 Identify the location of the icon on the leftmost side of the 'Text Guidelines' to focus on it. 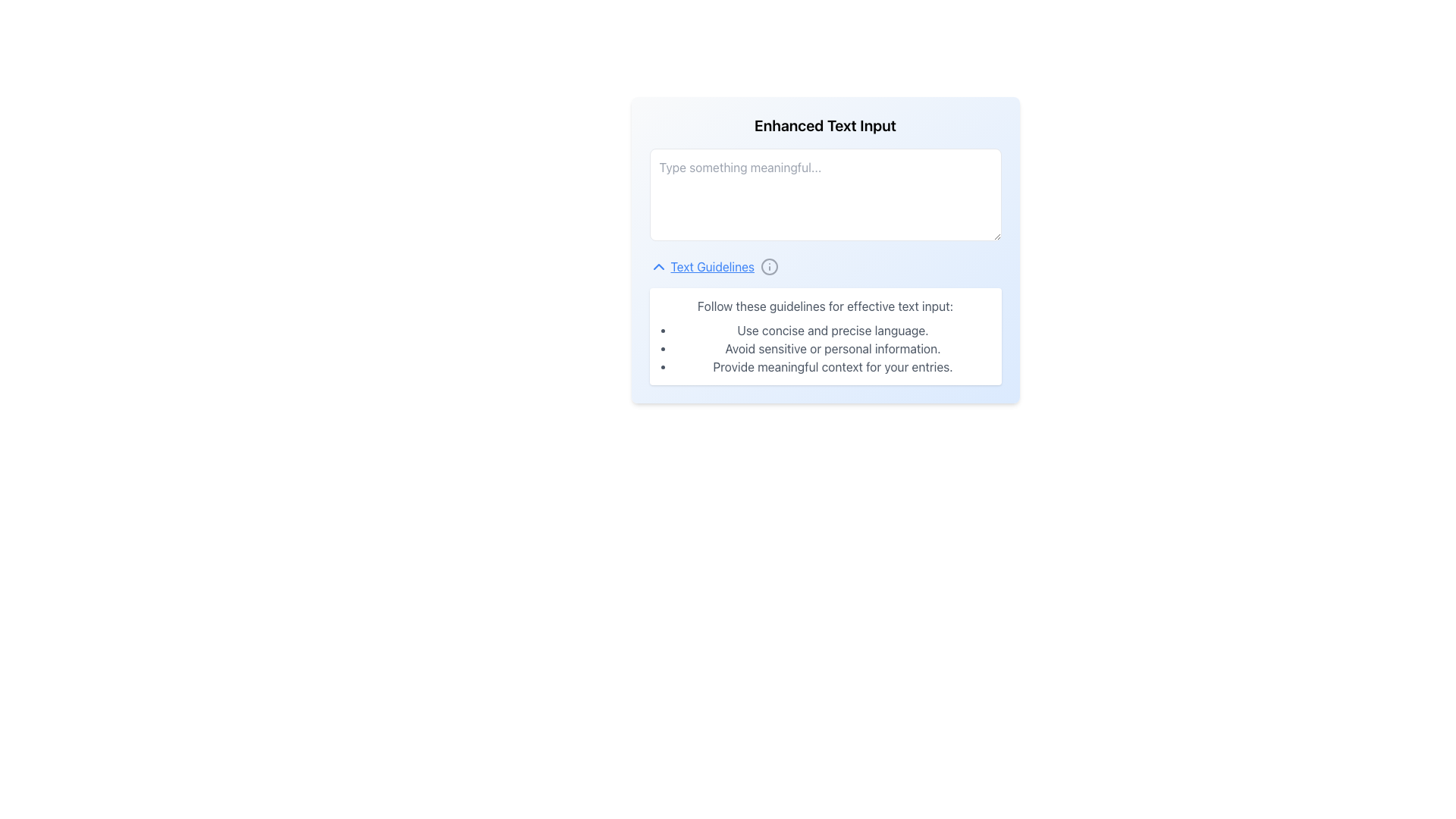
(658, 265).